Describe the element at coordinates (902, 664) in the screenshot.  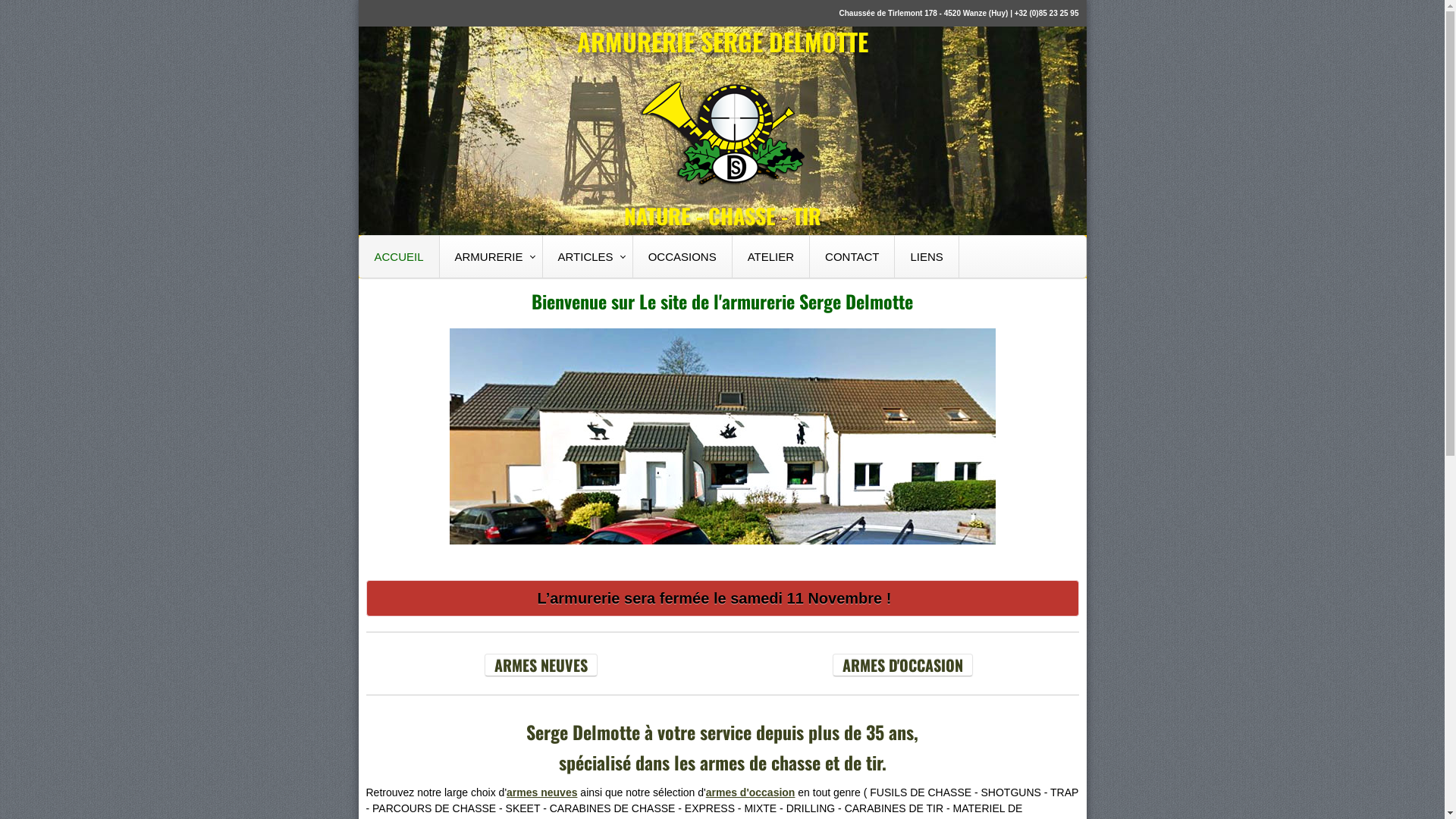
I see `'ARMES D'OCCASION'` at that location.